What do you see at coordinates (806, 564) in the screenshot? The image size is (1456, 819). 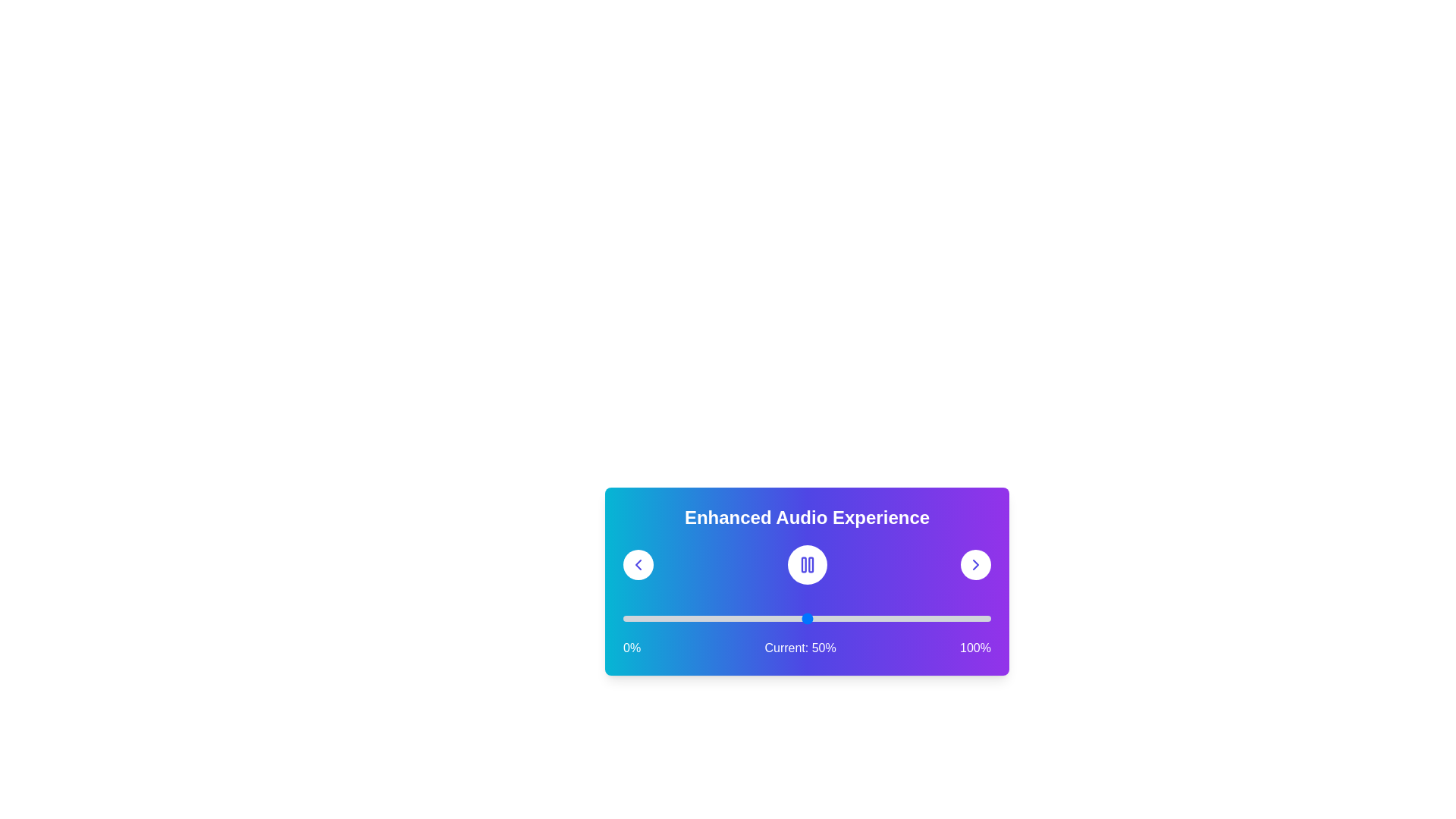 I see `the play/pause button to toggle playback` at bounding box center [806, 564].